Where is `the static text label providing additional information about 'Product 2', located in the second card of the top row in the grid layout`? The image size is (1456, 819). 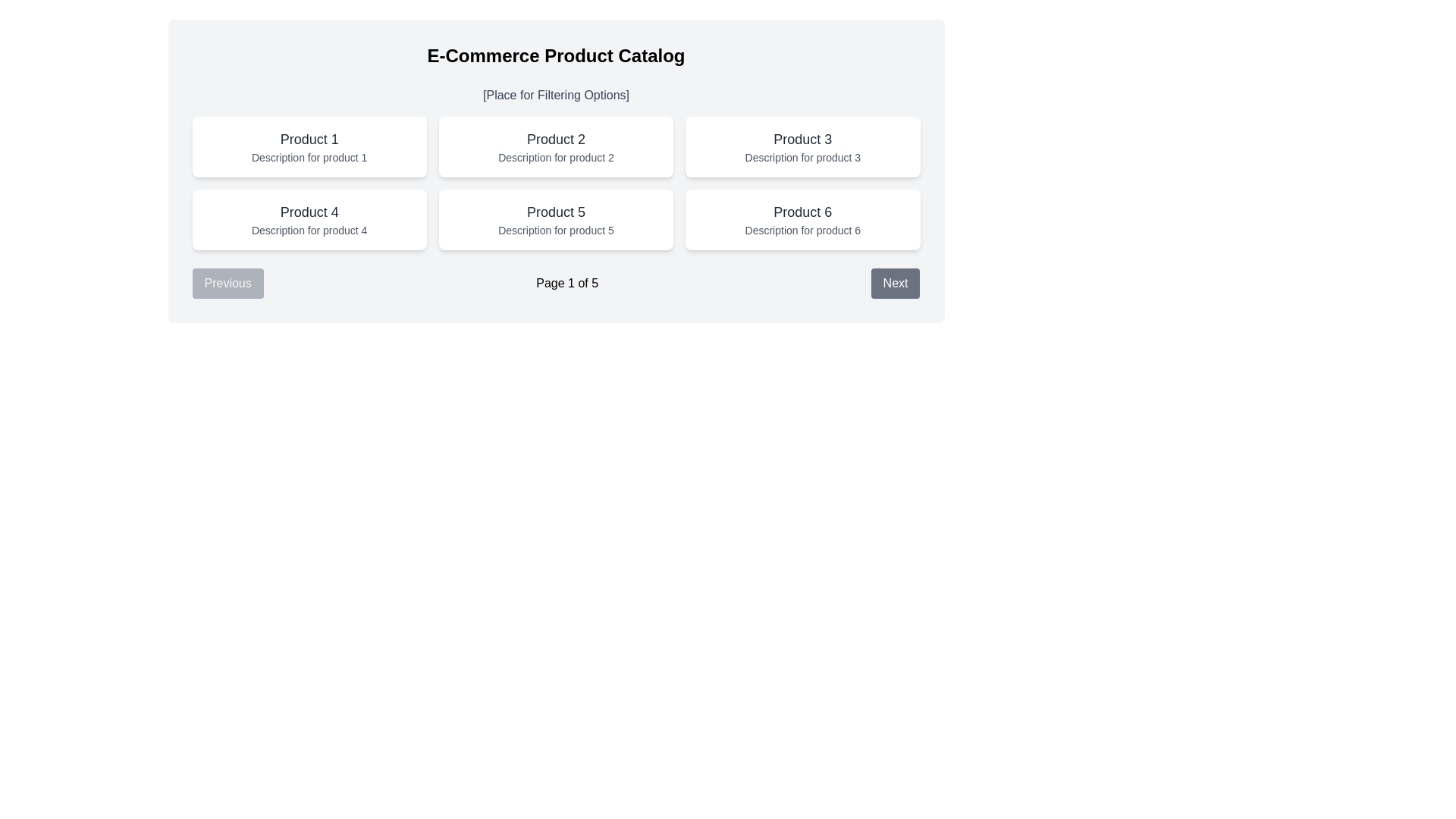 the static text label providing additional information about 'Product 2', located in the second card of the top row in the grid layout is located at coordinates (555, 158).